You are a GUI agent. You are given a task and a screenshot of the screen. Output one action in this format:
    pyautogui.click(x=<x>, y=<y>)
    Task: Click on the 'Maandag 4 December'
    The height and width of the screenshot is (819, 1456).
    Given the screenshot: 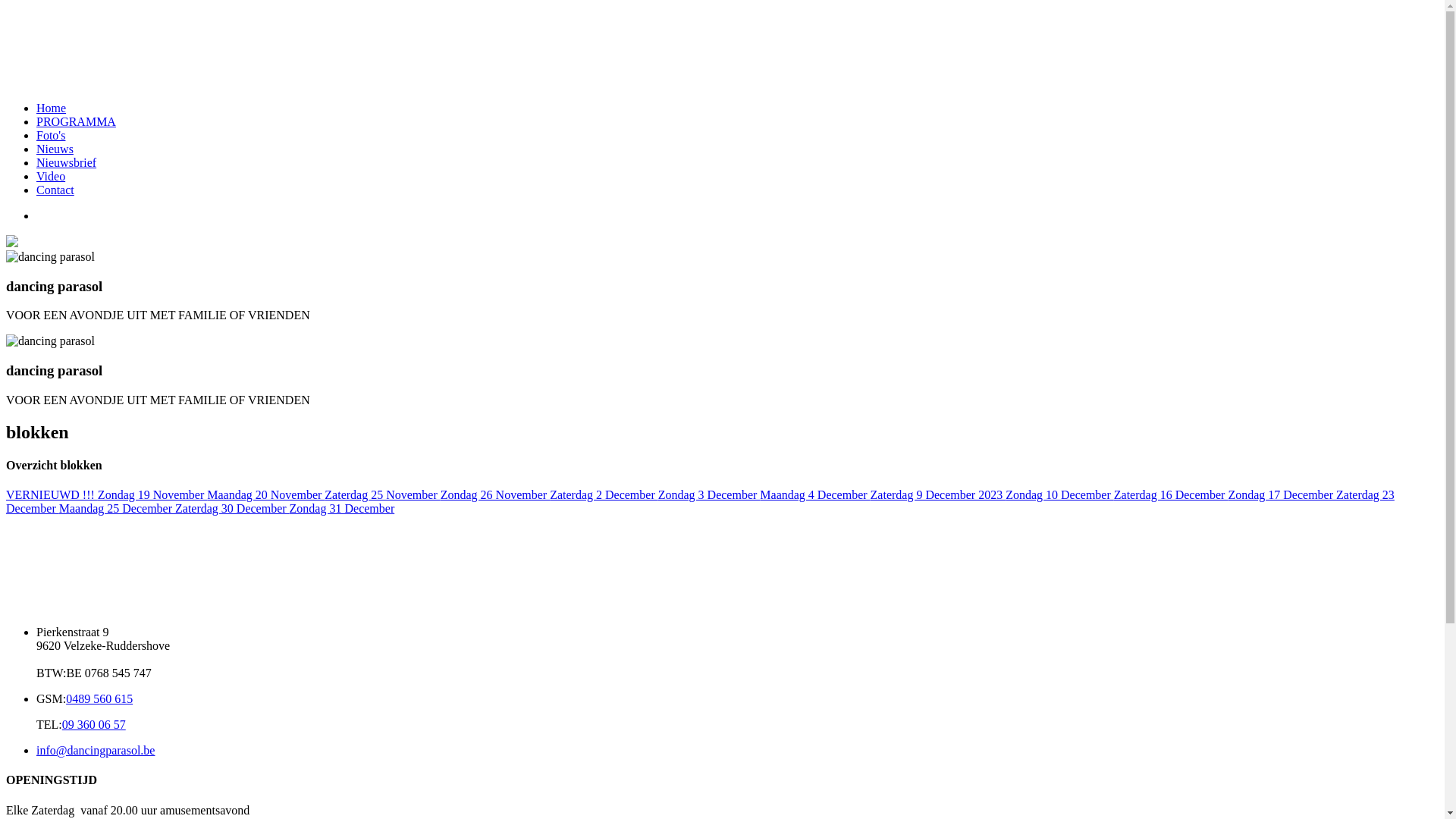 What is the action you would take?
    pyautogui.click(x=760, y=494)
    